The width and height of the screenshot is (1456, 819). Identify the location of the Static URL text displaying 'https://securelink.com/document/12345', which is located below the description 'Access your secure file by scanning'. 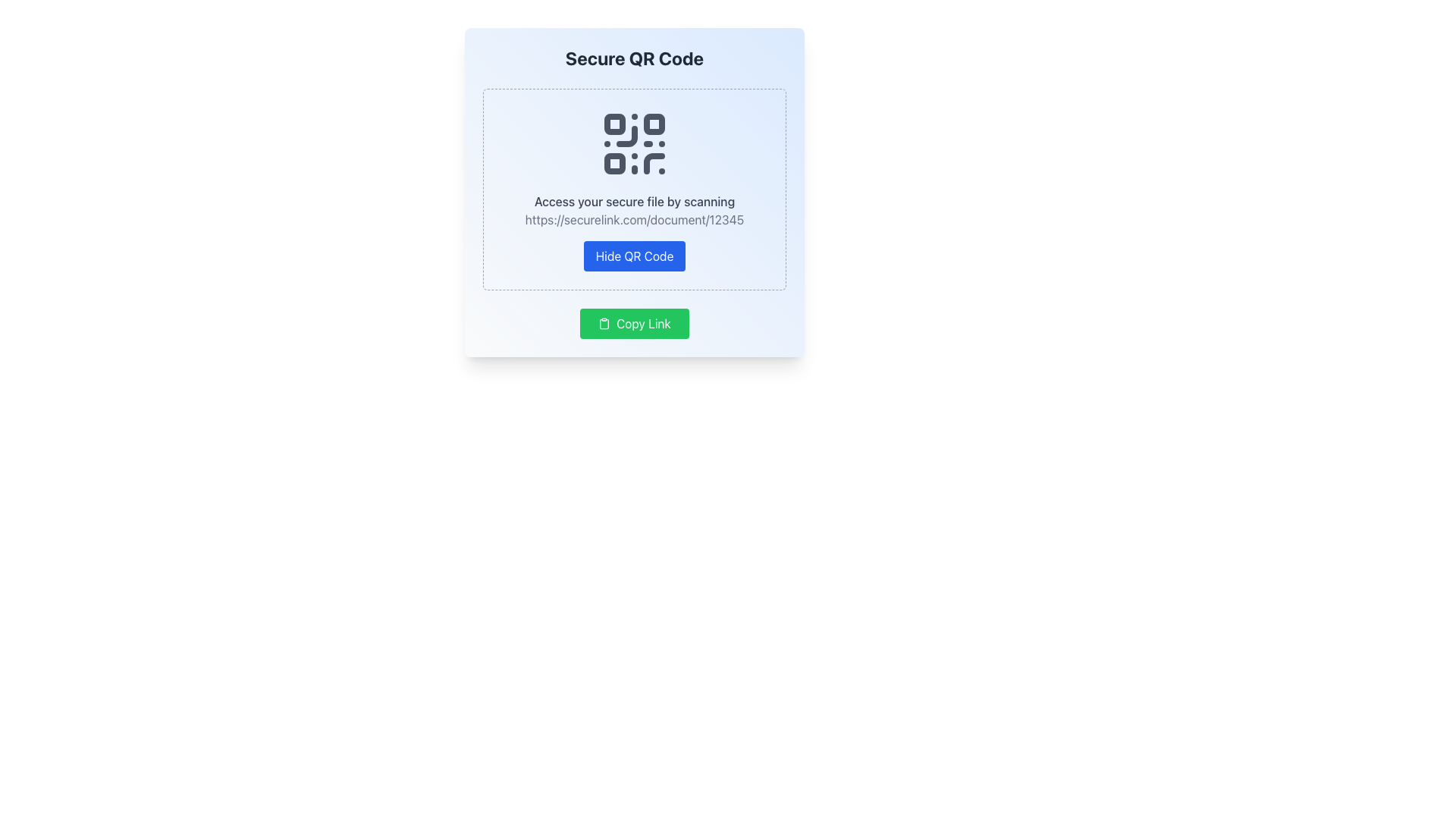
(634, 219).